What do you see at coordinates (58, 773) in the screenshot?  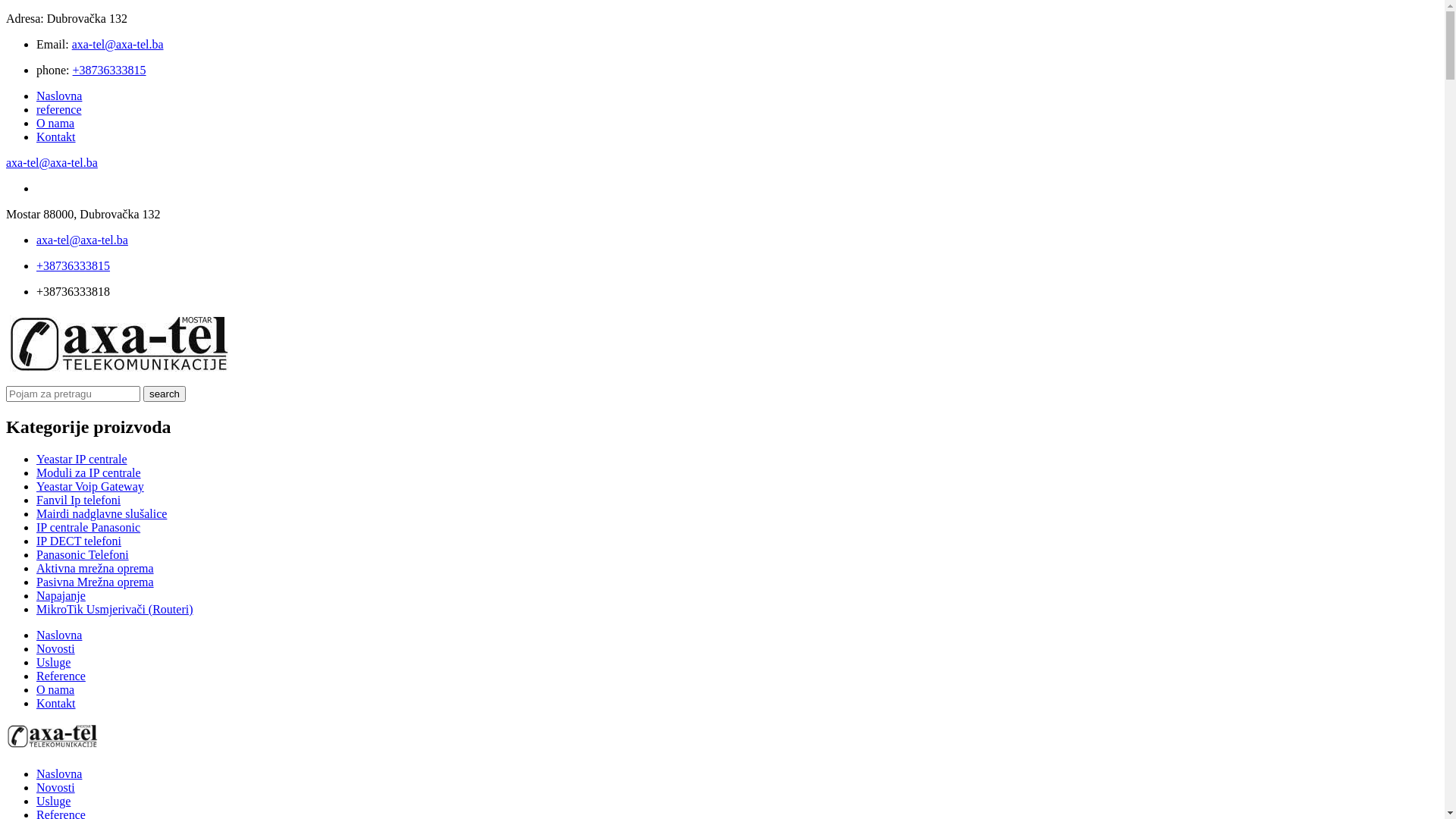 I see `'Naslovna'` at bounding box center [58, 773].